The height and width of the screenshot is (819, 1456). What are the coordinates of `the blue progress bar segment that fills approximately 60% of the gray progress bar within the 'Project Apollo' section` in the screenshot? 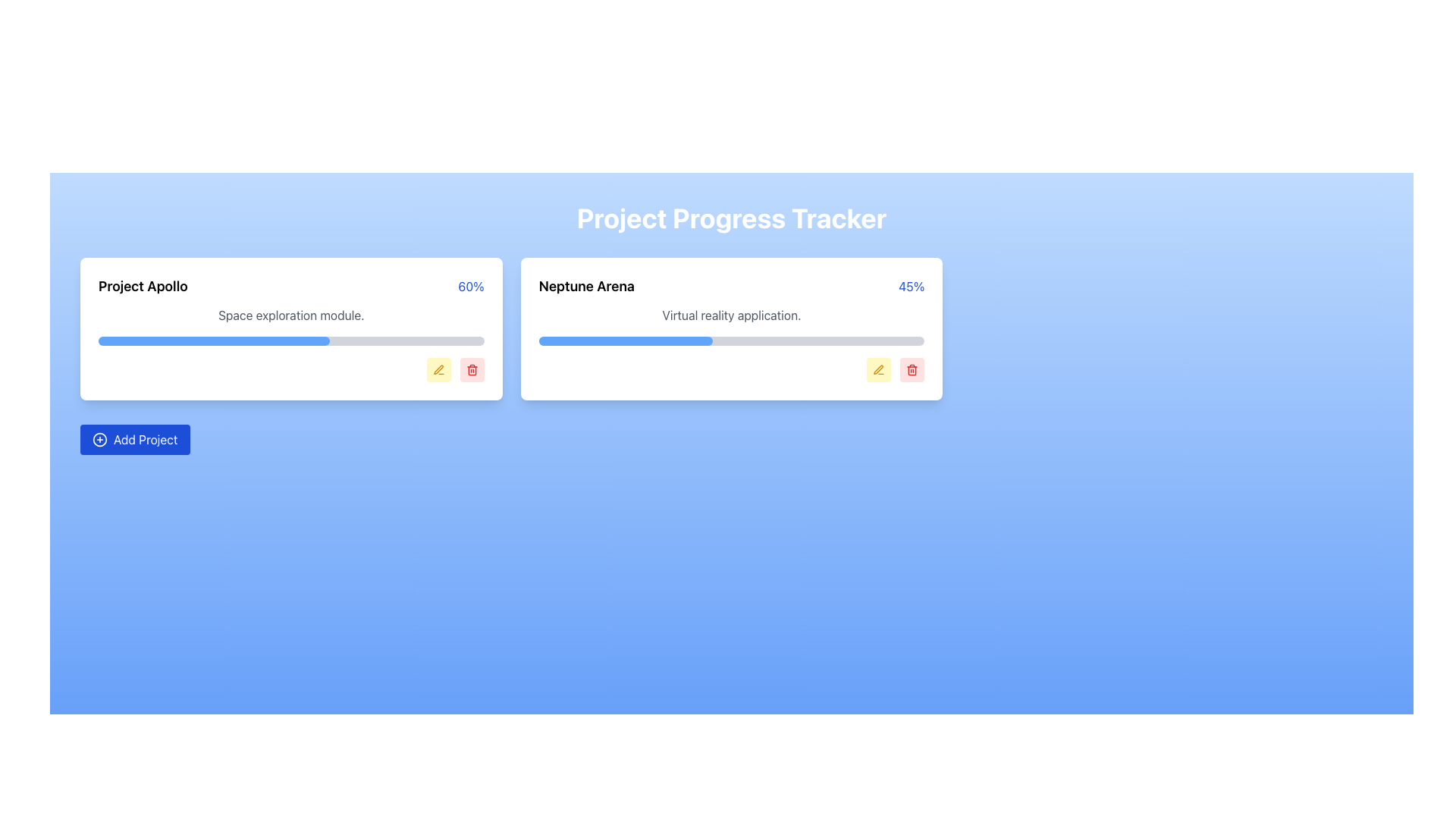 It's located at (213, 341).